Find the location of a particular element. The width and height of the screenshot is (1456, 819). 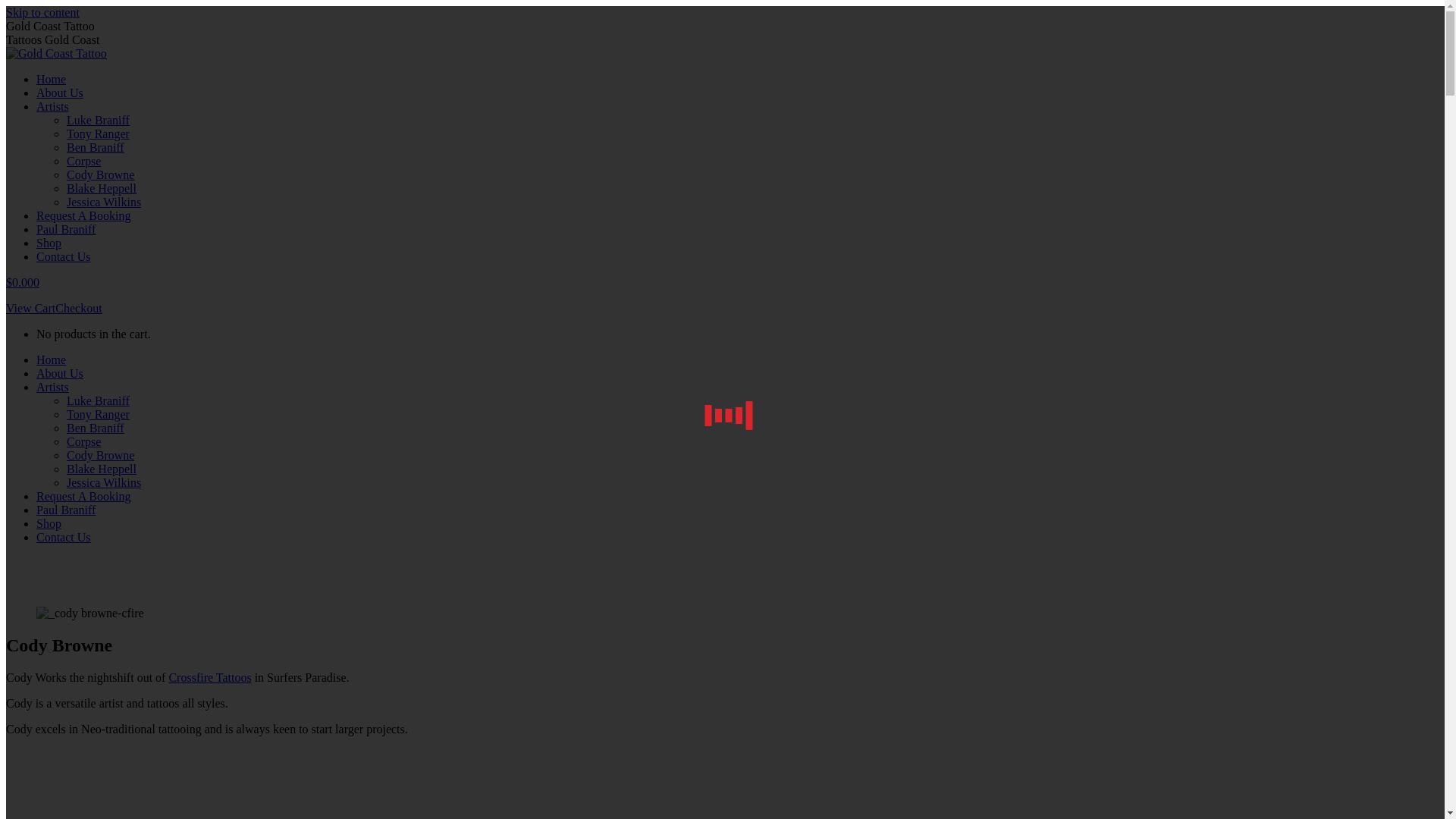

'Paul Braniff' is located at coordinates (64, 510).